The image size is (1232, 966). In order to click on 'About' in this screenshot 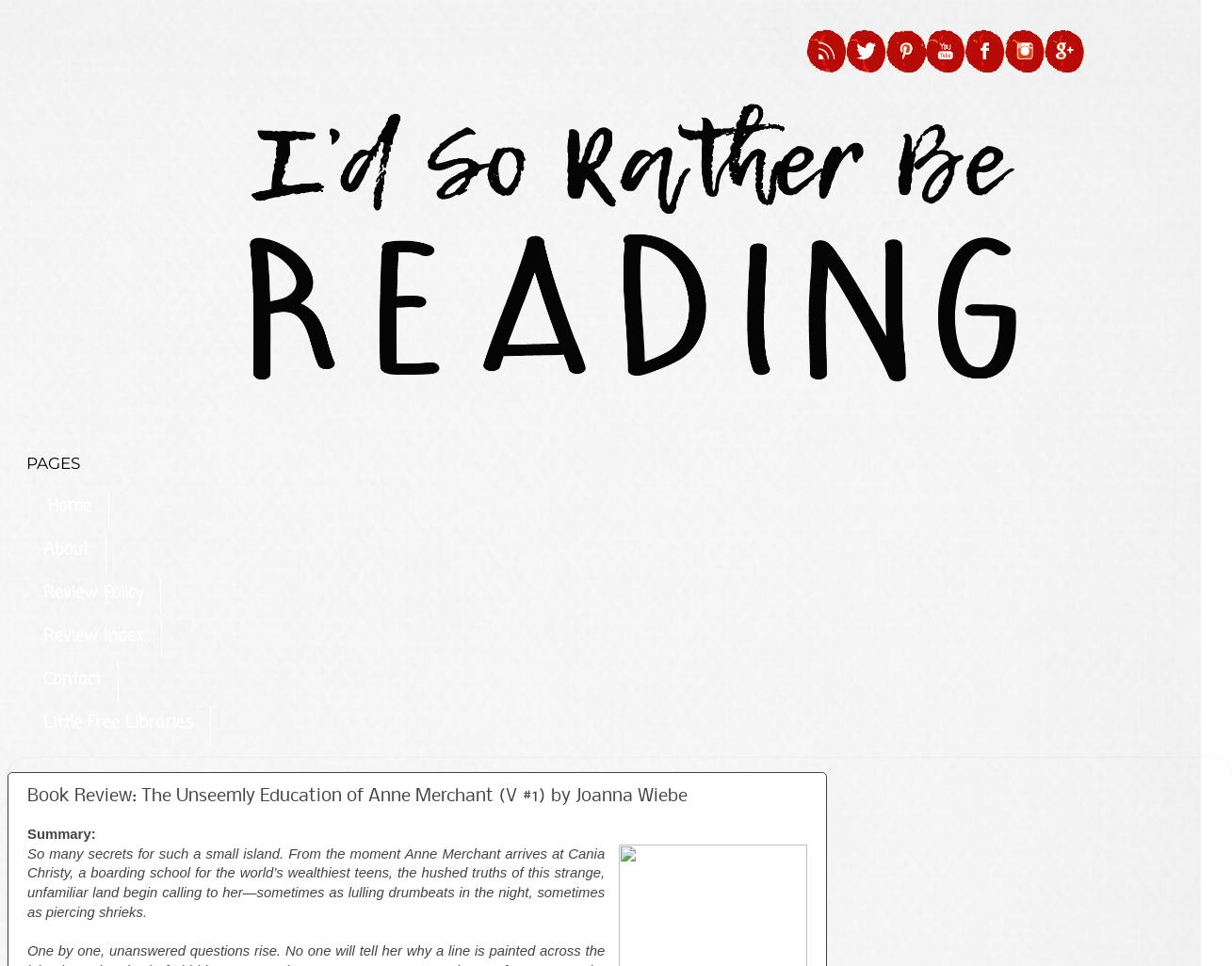, I will do `click(65, 548)`.